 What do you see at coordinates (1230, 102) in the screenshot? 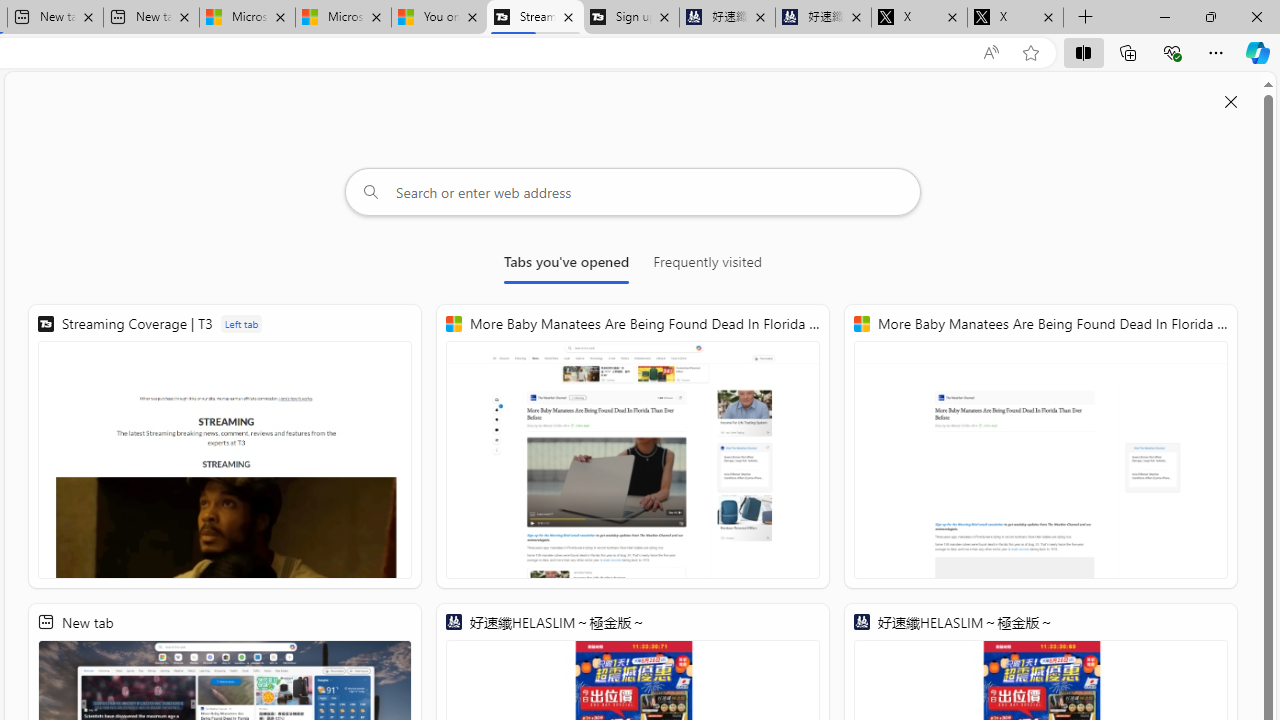
I see `'Close split screen'` at bounding box center [1230, 102].